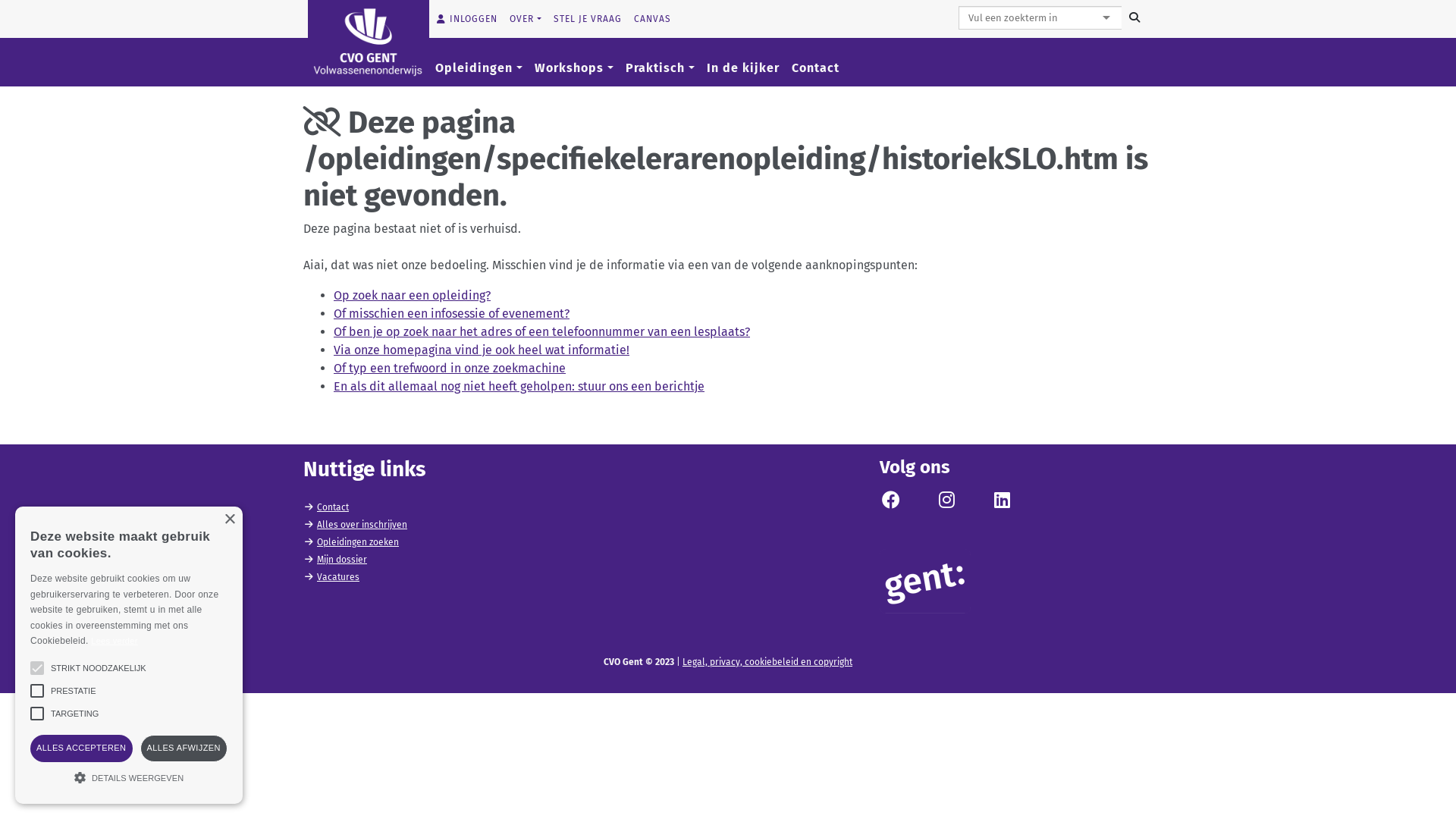 The image size is (1456, 819). Describe the element at coordinates (1001, 503) in the screenshot. I see `'CVO Gent op linkedin'` at that location.